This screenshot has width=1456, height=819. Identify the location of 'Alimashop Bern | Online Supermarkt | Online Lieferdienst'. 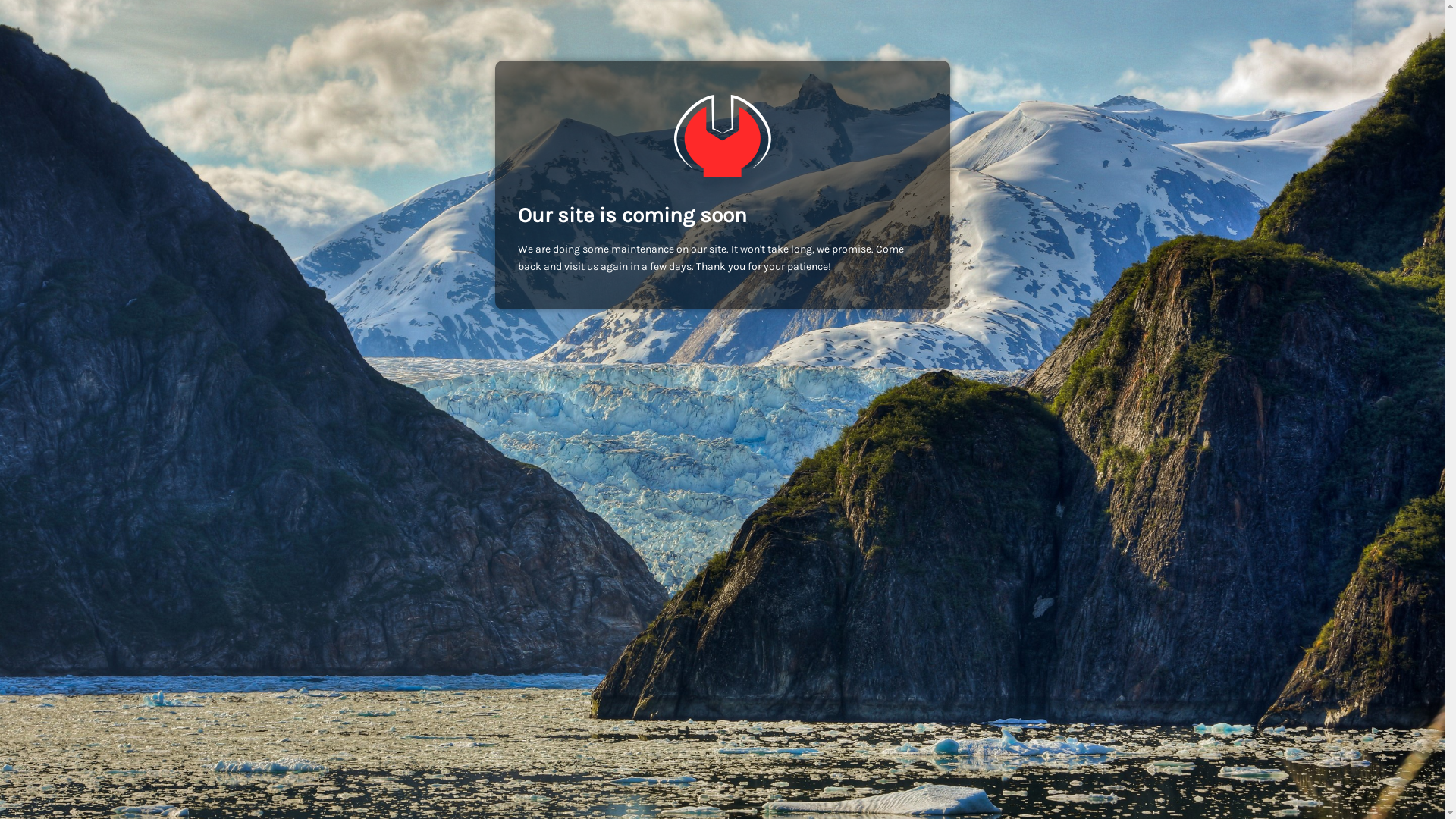
(720, 135).